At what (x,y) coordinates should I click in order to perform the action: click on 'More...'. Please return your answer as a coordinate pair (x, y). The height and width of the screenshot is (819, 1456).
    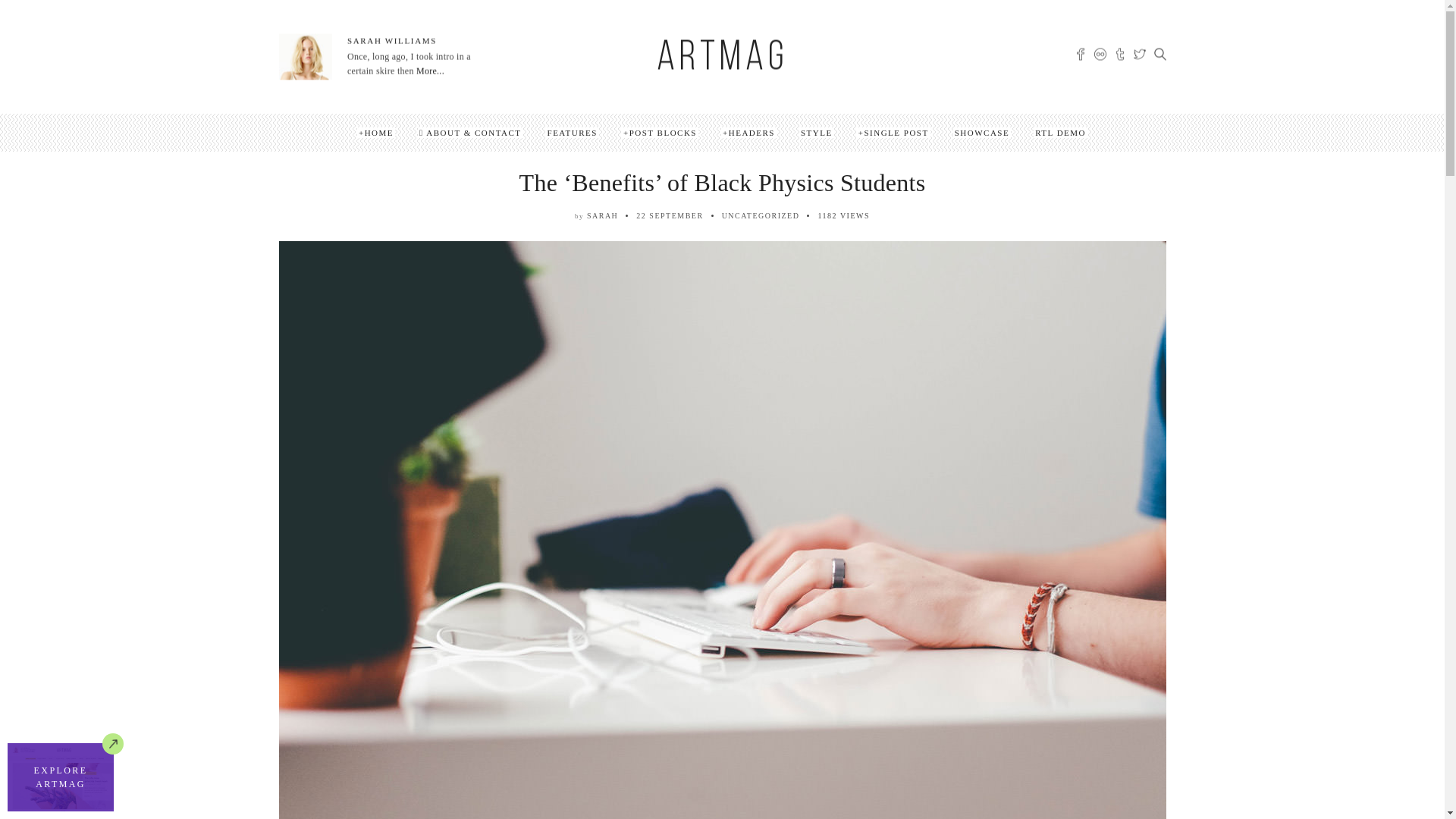
    Looking at the image, I should click on (428, 71).